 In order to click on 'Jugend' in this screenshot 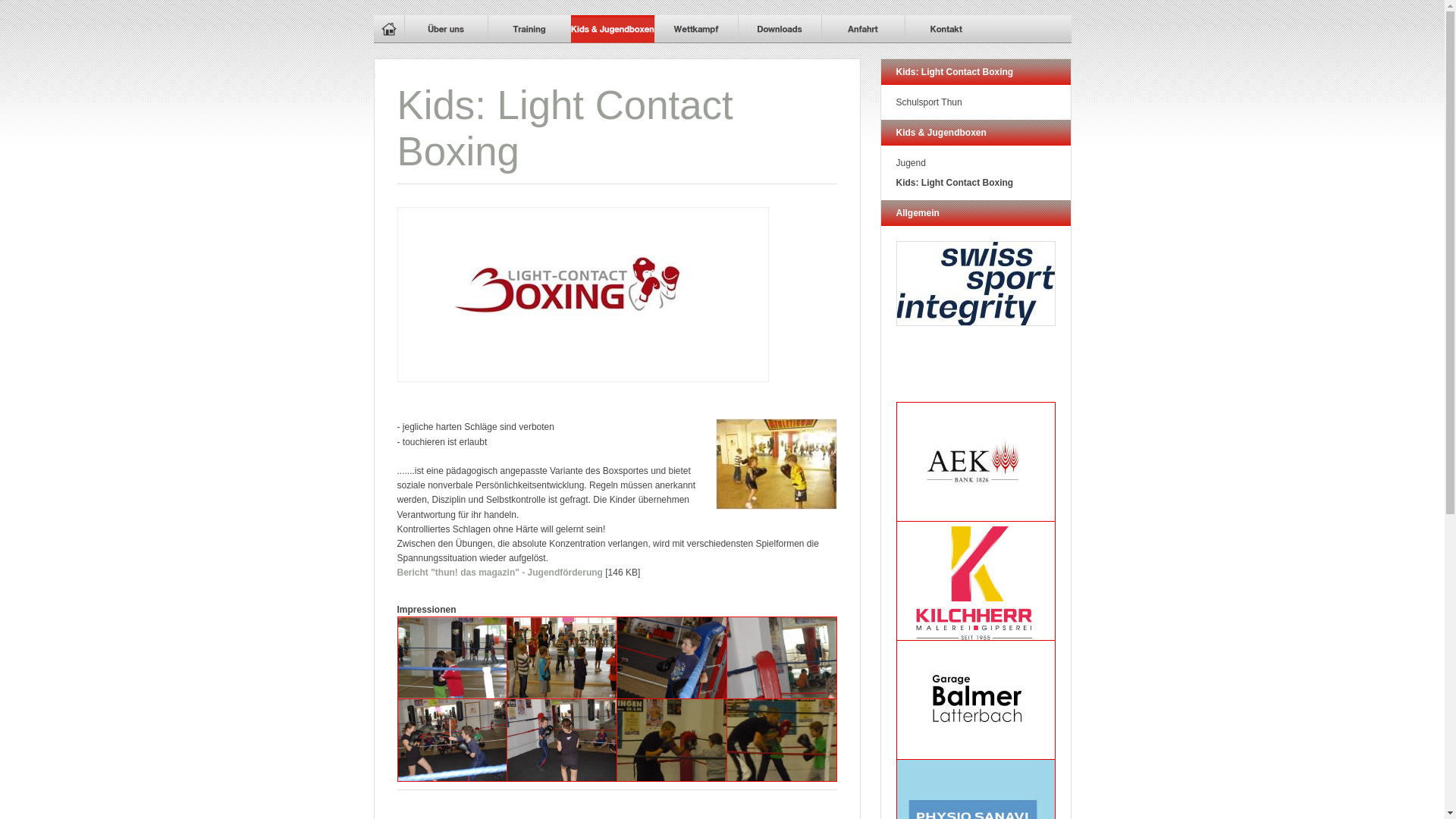, I will do `click(975, 163)`.